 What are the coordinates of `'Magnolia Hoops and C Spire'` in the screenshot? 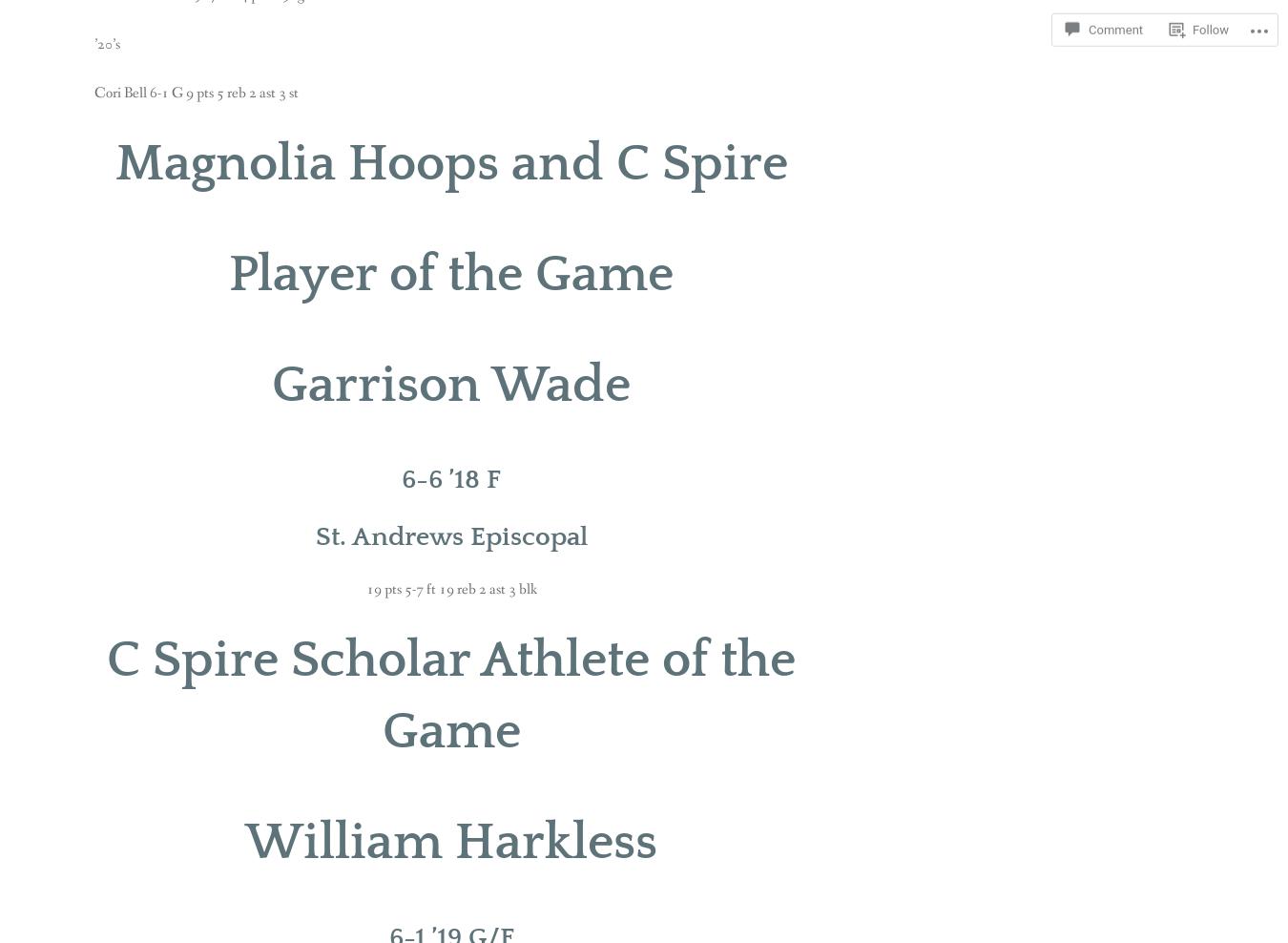 It's located at (449, 162).